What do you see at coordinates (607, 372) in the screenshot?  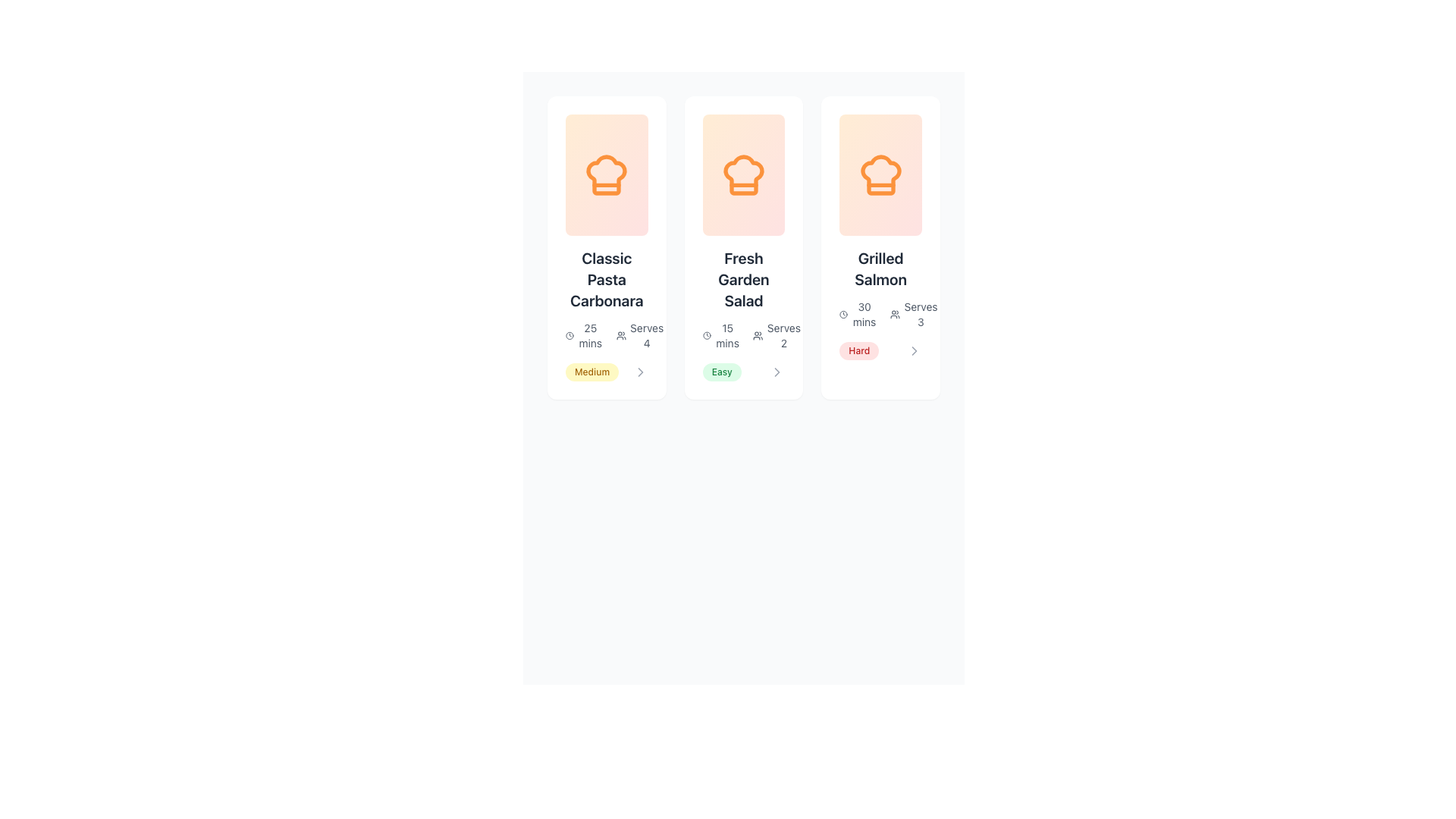 I see `the 'Medium' difficulty badge located within the 'Classic Pasta Carbonara' card, positioned directly below the text 'Serves 4'` at bounding box center [607, 372].